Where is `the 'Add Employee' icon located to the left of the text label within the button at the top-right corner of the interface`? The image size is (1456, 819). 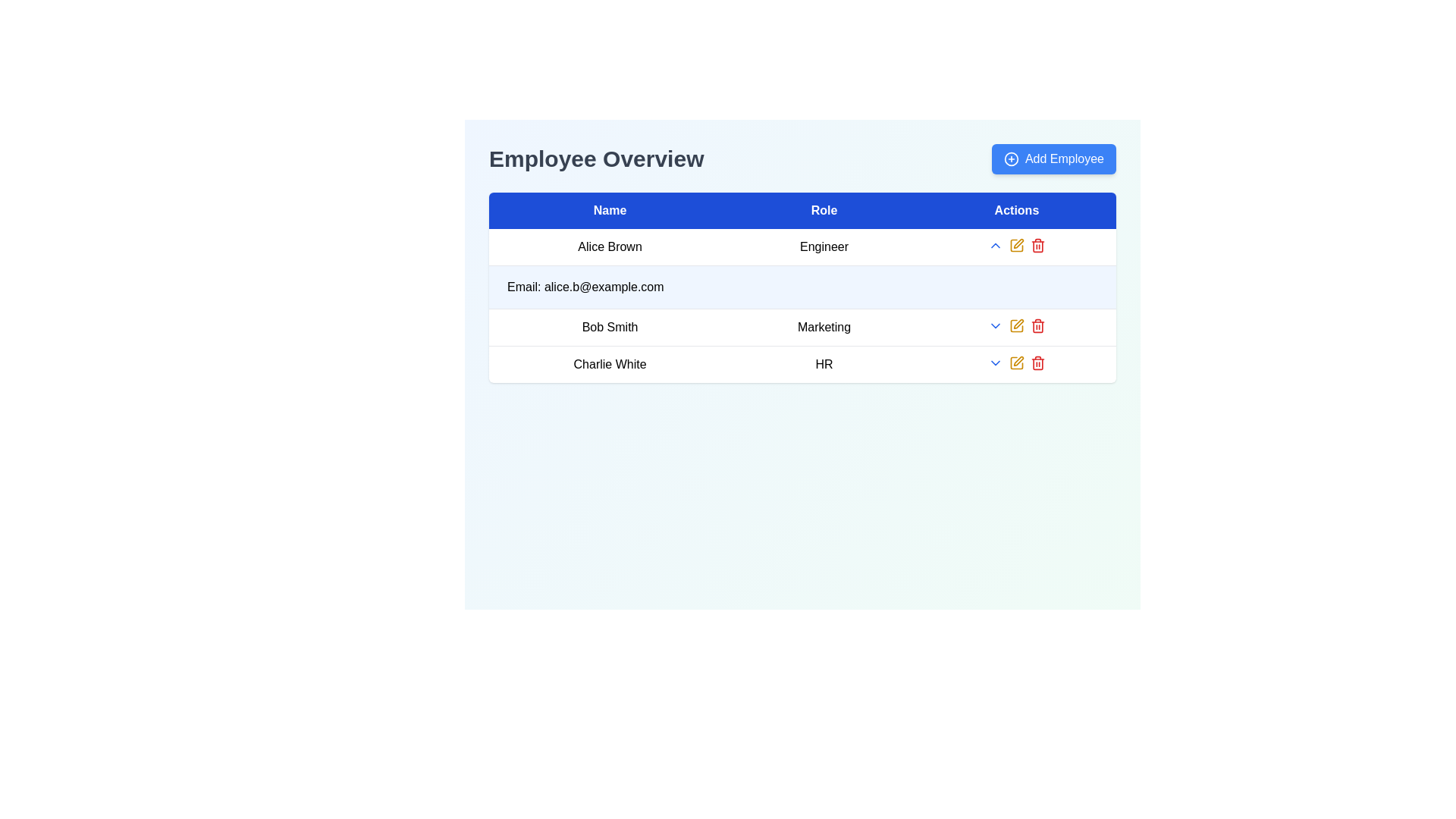 the 'Add Employee' icon located to the left of the text label within the button at the top-right corner of the interface is located at coordinates (1012, 158).